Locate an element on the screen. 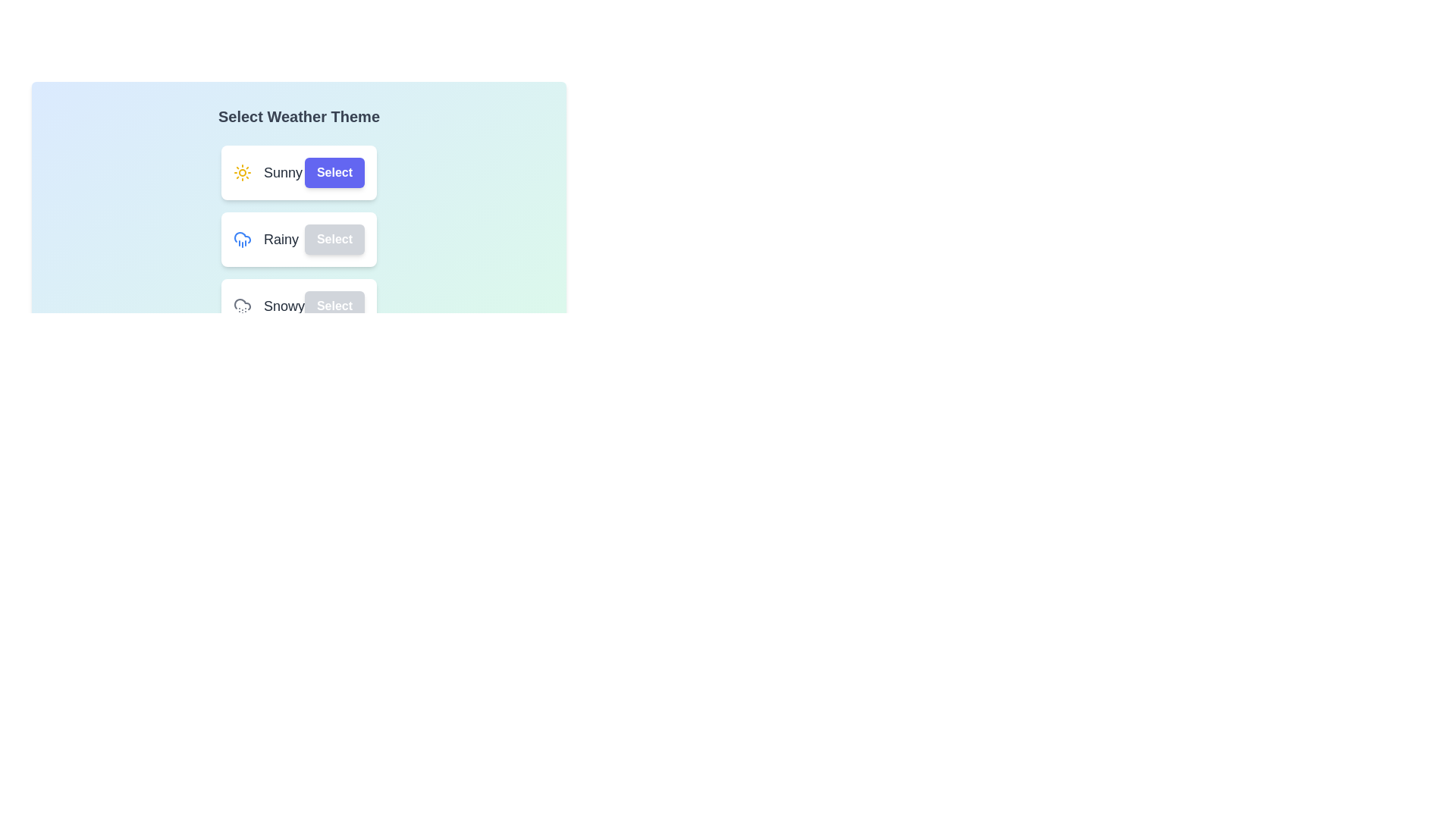  the 'Select' button corresponding to the weather theme Rainy is located at coordinates (334, 239).